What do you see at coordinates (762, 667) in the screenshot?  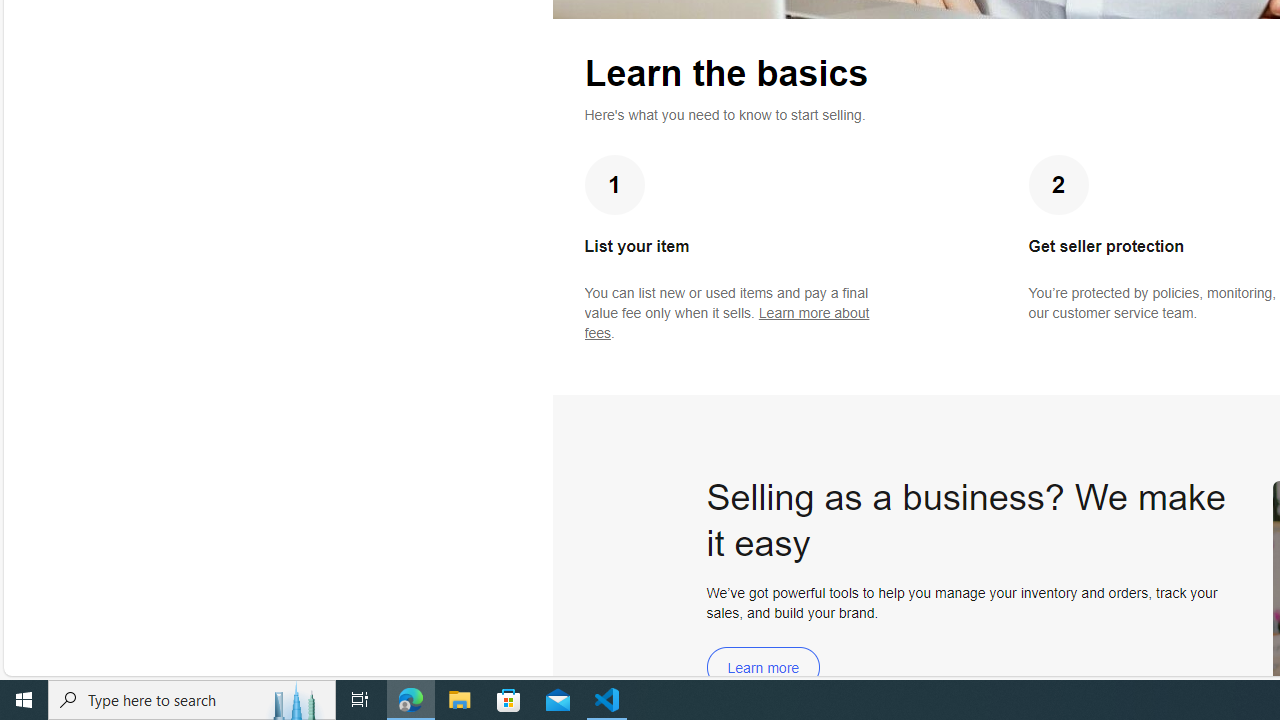 I see `'Learn more'` at bounding box center [762, 667].